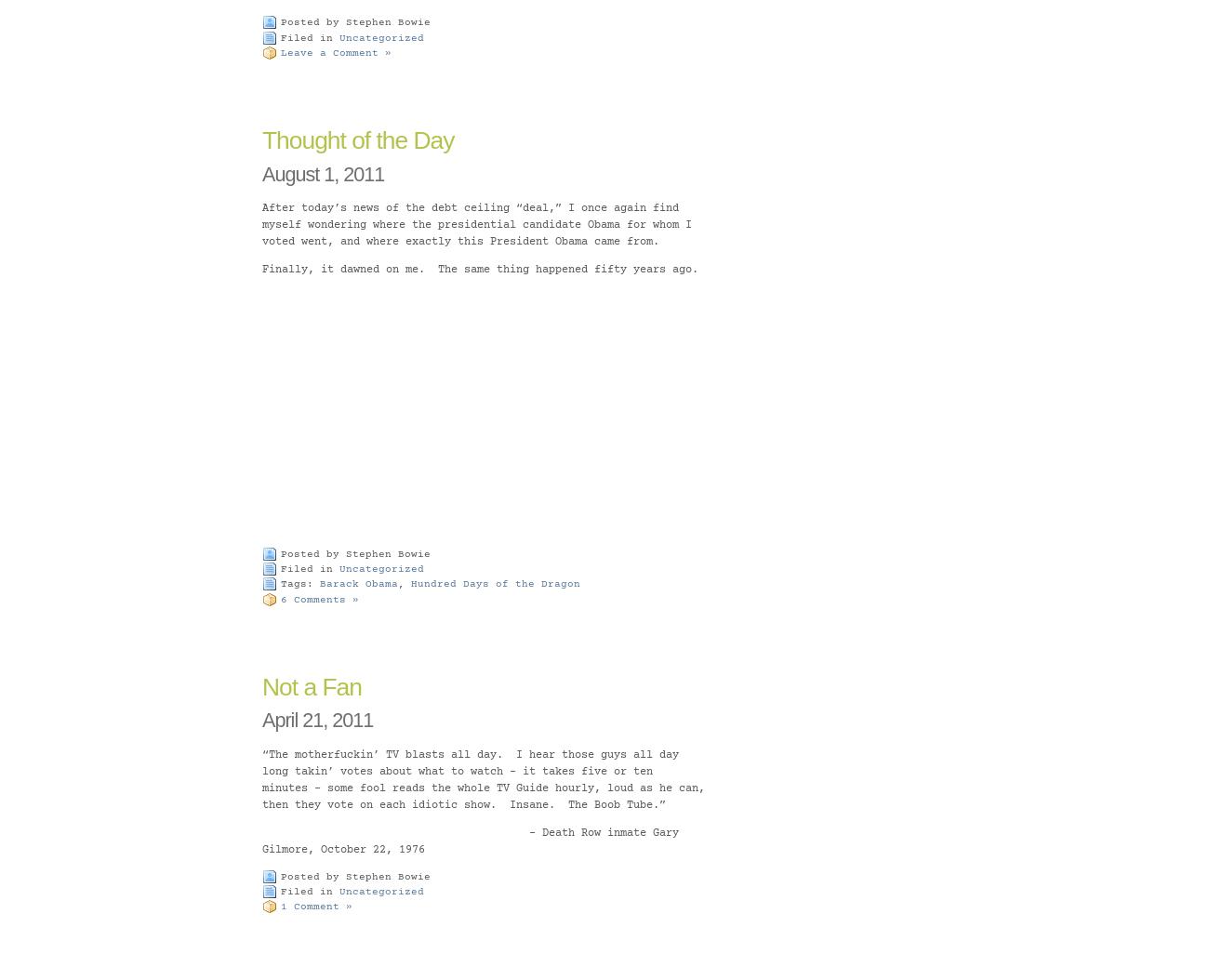 The height and width of the screenshot is (980, 1209). Describe the element at coordinates (318, 600) in the screenshot. I see `'6 Comments »'` at that location.